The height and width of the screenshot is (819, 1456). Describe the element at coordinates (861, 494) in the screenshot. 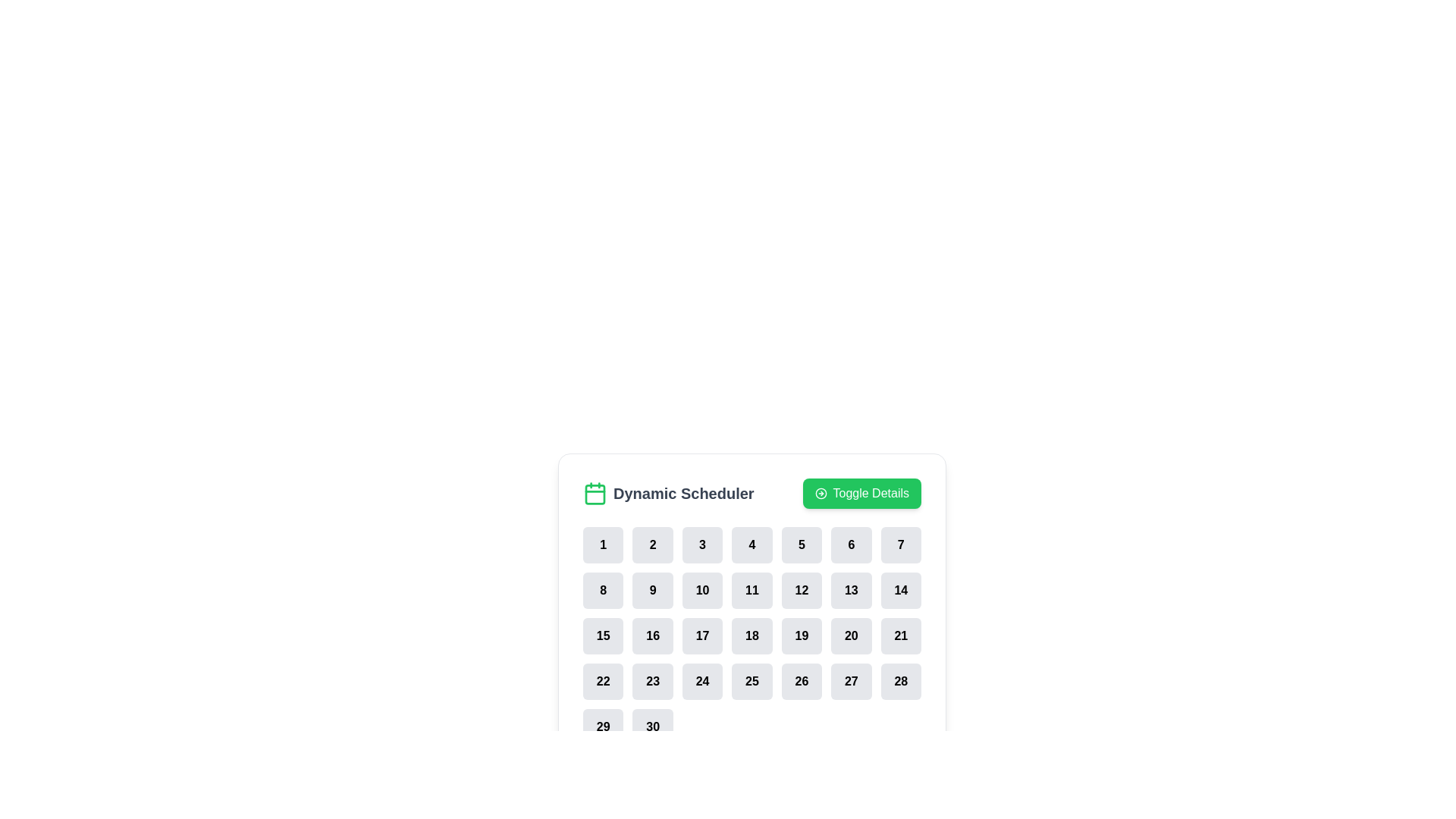

I see `the green rectangular button labeled 'Toggle Details'` at that location.